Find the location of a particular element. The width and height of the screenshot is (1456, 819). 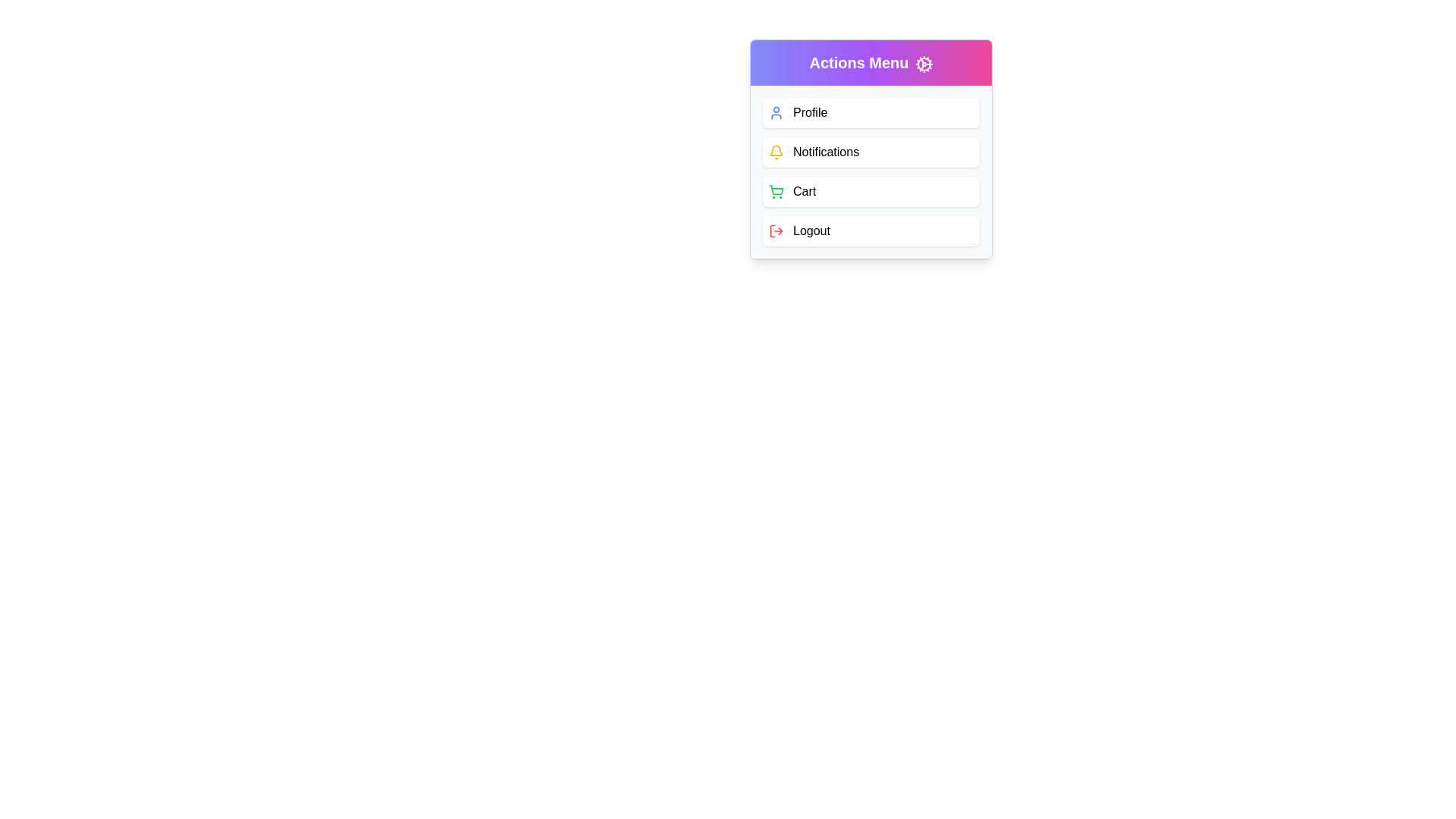

the 'Logout' option in the menu is located at coordinates (871, 231).